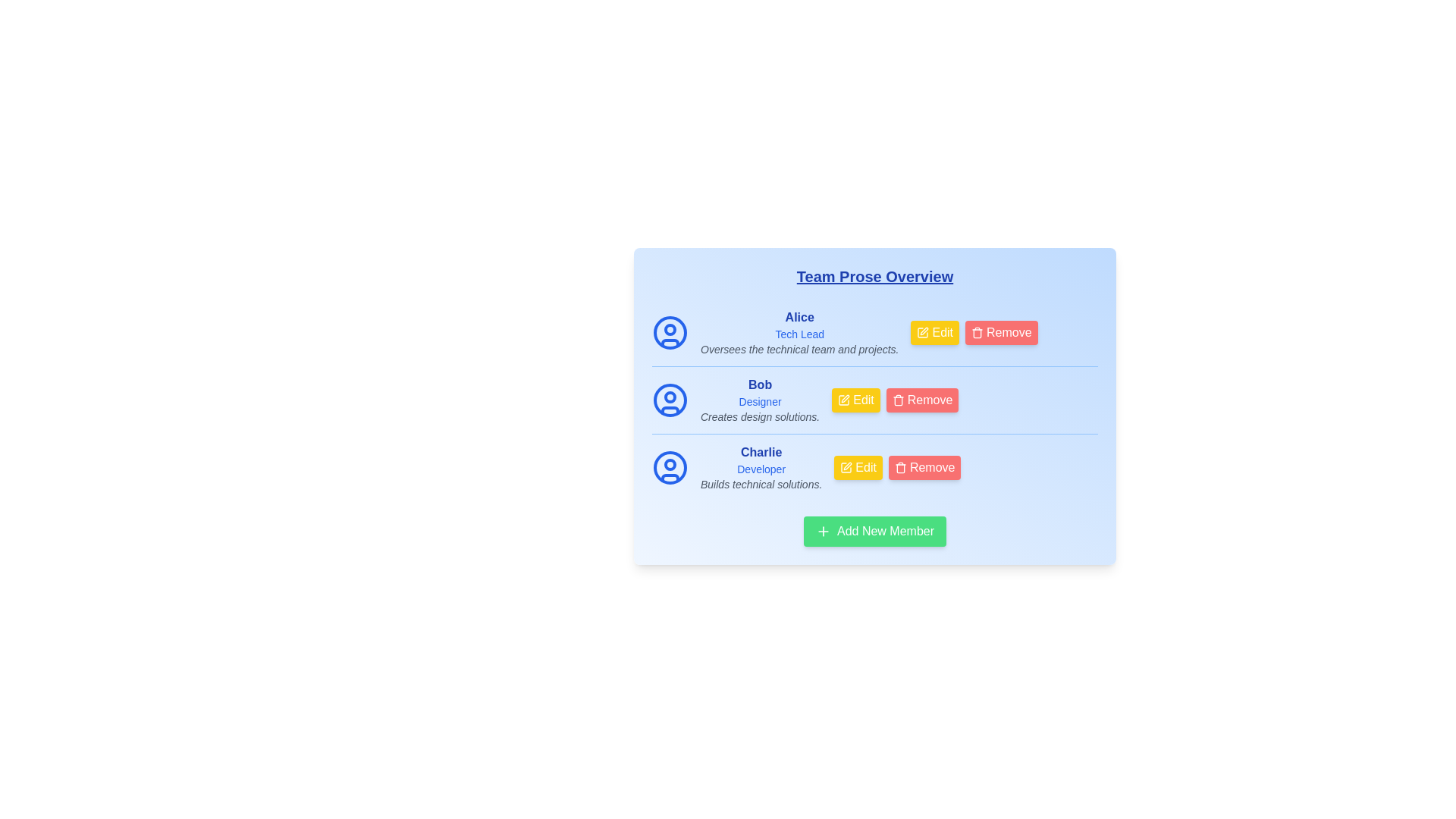  I want to click on the 'Edit' button next to the 'Bob' entry in the user list table, so click(843, 400).